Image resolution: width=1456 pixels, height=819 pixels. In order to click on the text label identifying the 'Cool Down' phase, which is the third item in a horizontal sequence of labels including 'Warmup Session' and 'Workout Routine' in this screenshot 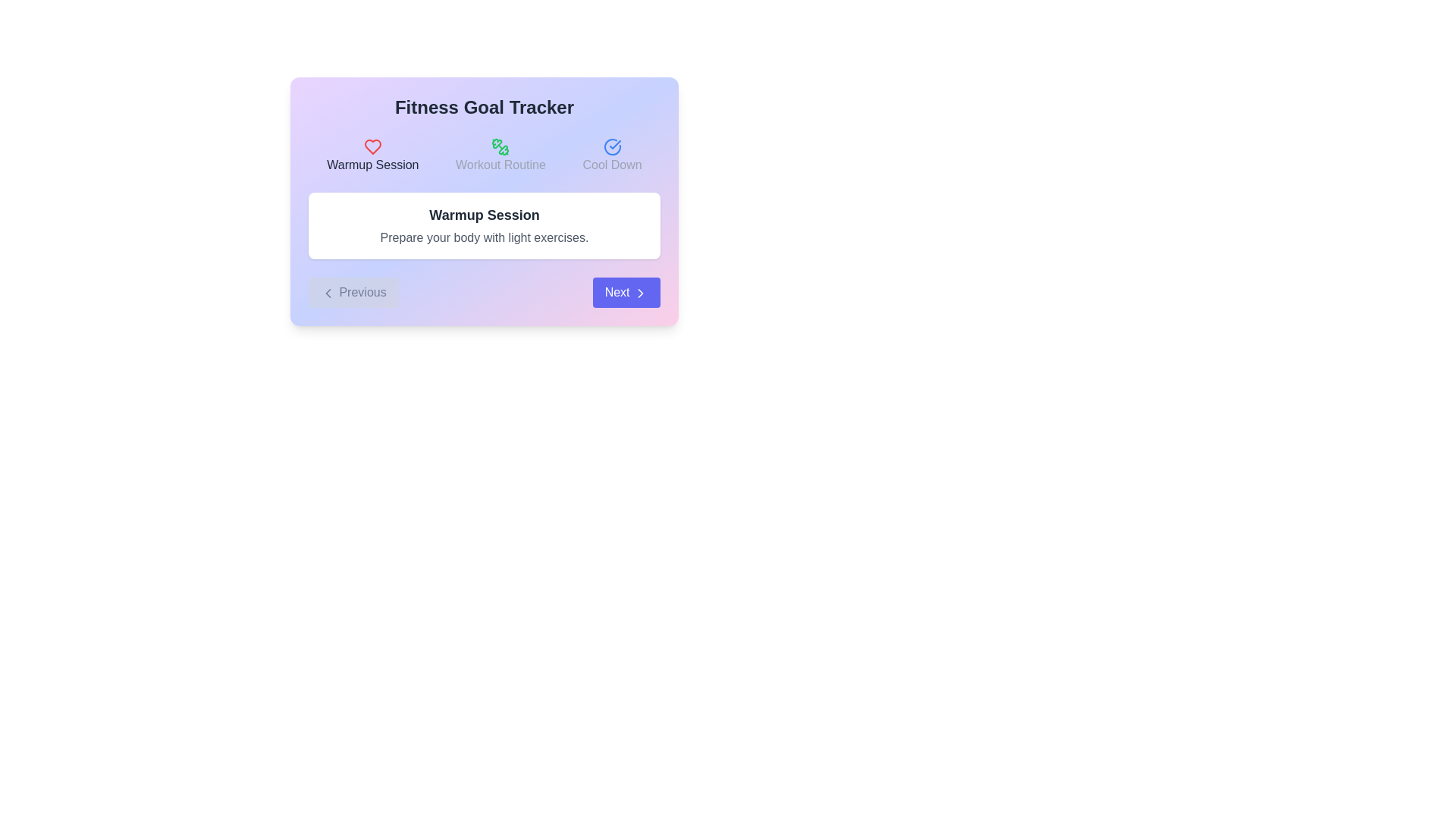, I will do `click(612, 165)`.